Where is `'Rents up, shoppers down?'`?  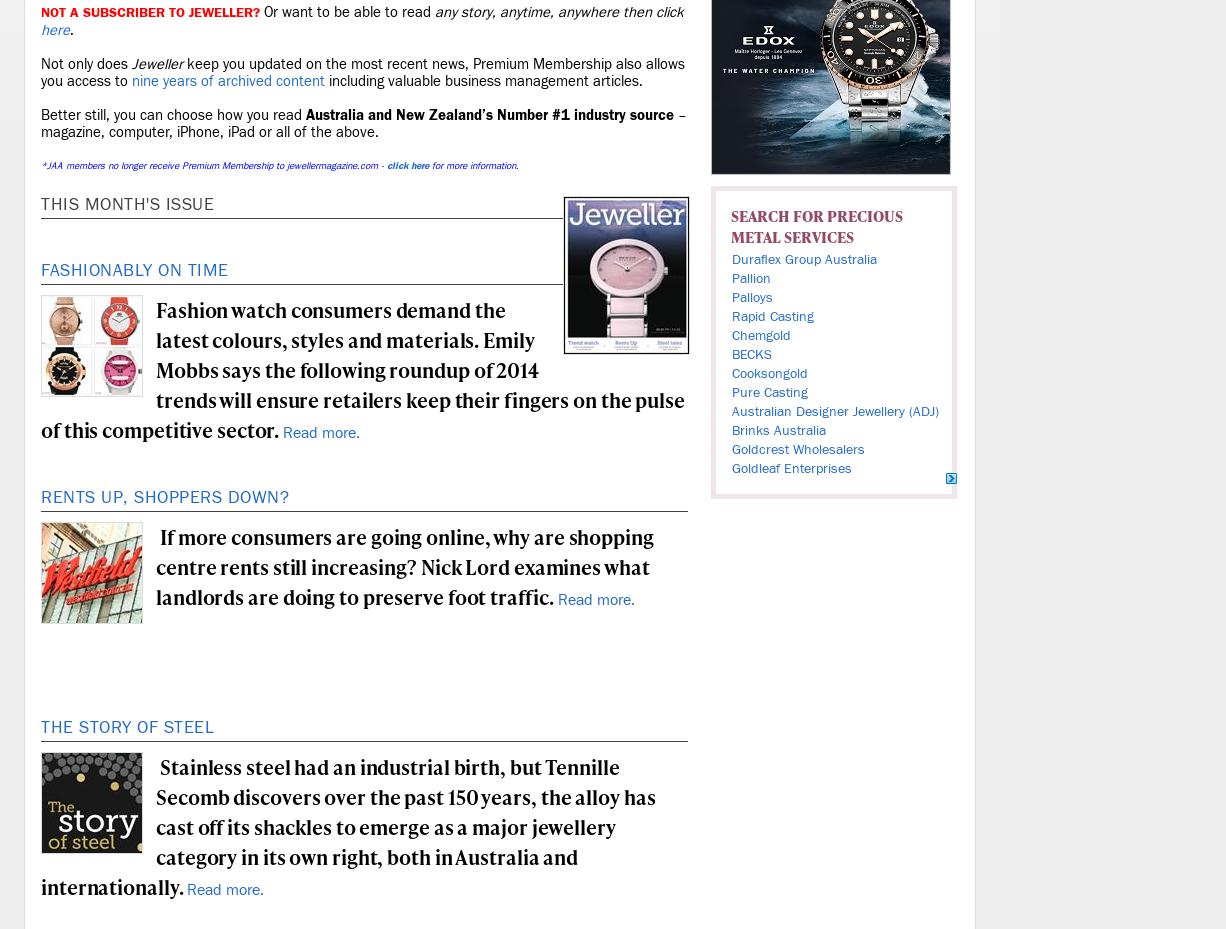 'Rents up, shoppers down?' is located at coordinates (164, 496).